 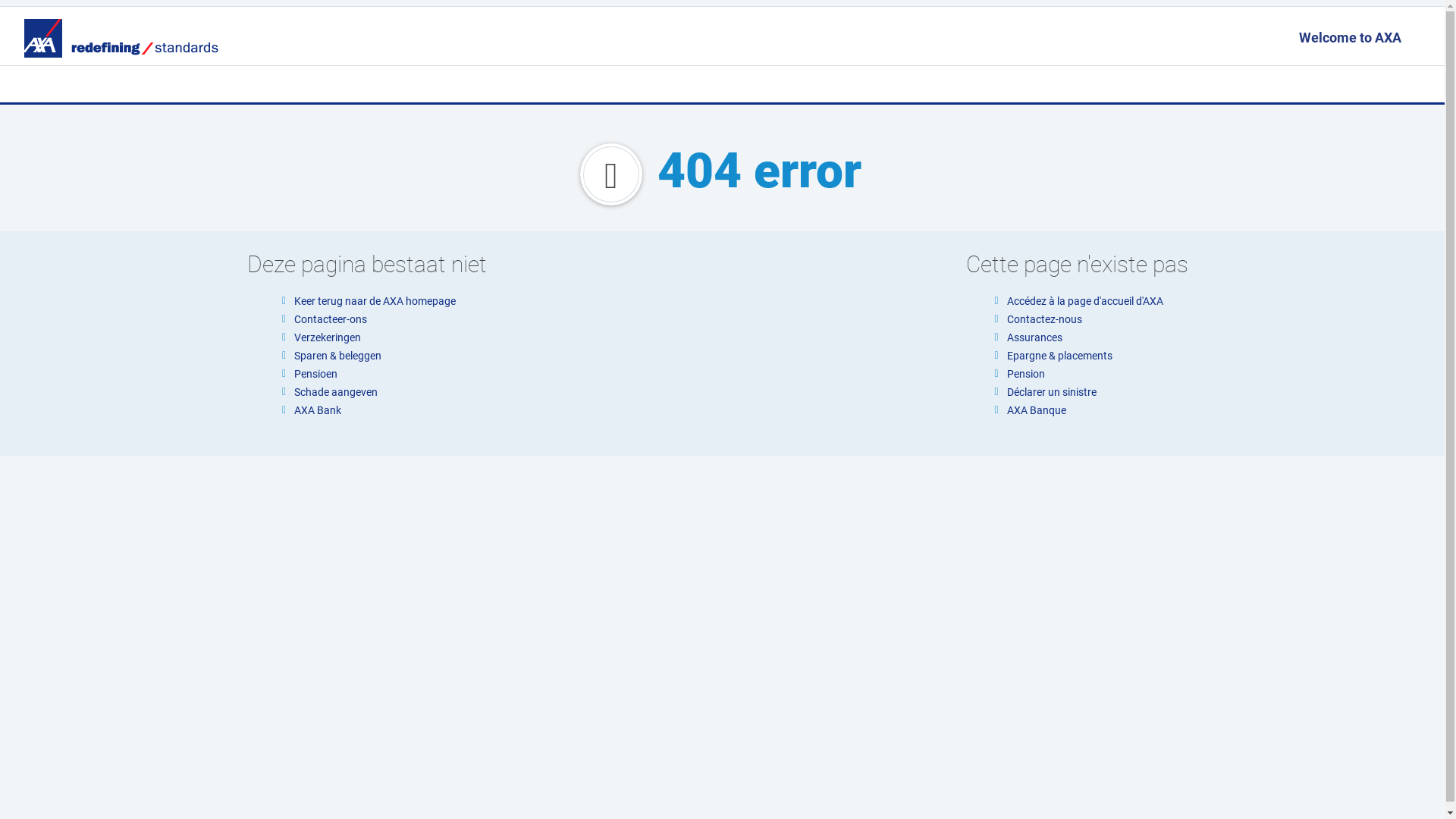 What do you see at coordinates (334, 391) in the screenshot?
I see `'Schade aangeven'` at bounding box center [334, 391].